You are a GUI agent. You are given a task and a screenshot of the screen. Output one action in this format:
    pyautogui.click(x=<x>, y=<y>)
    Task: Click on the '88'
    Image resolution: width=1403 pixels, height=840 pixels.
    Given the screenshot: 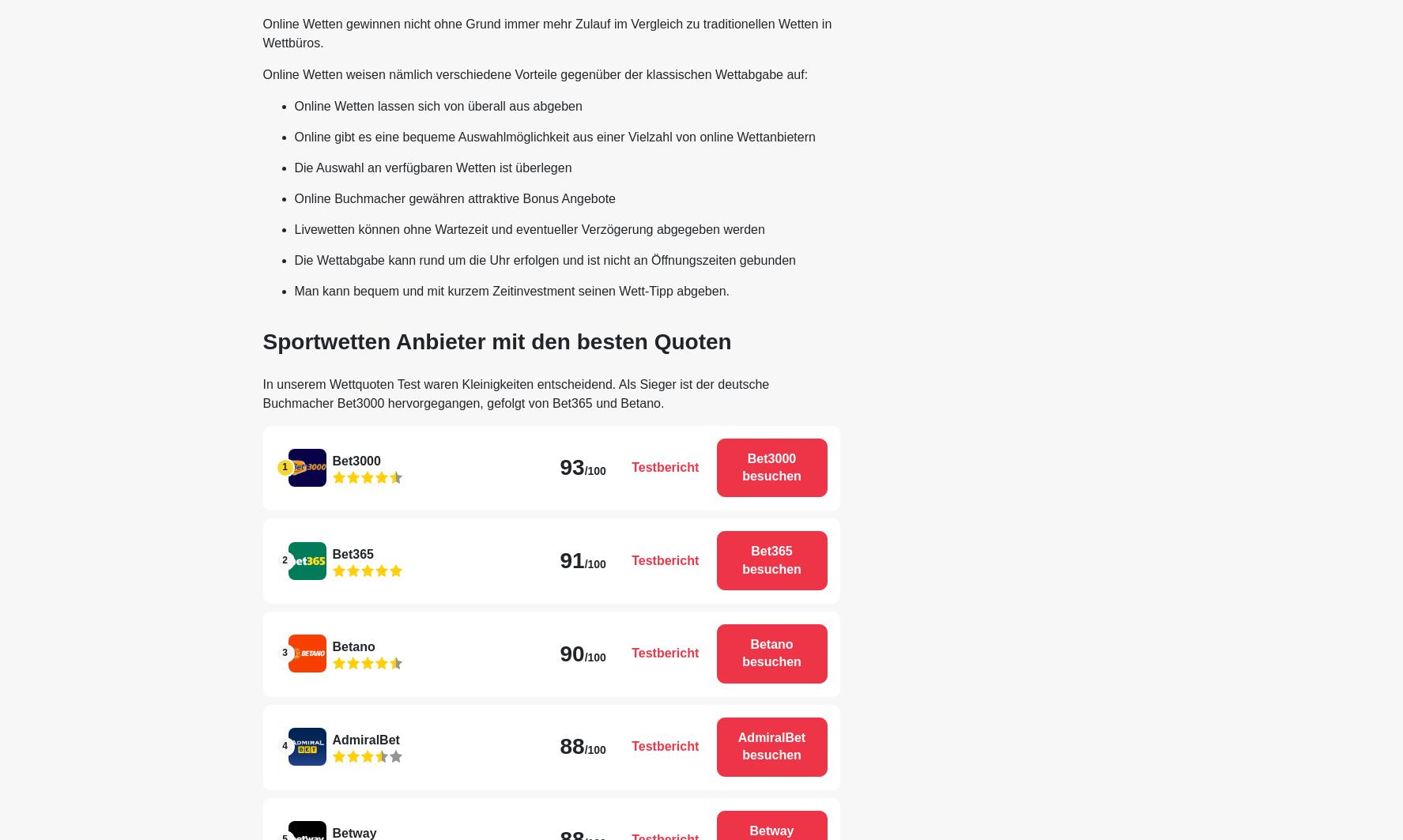 What is the action you would take?
    pyautogui.click(x=571, y=745)
    